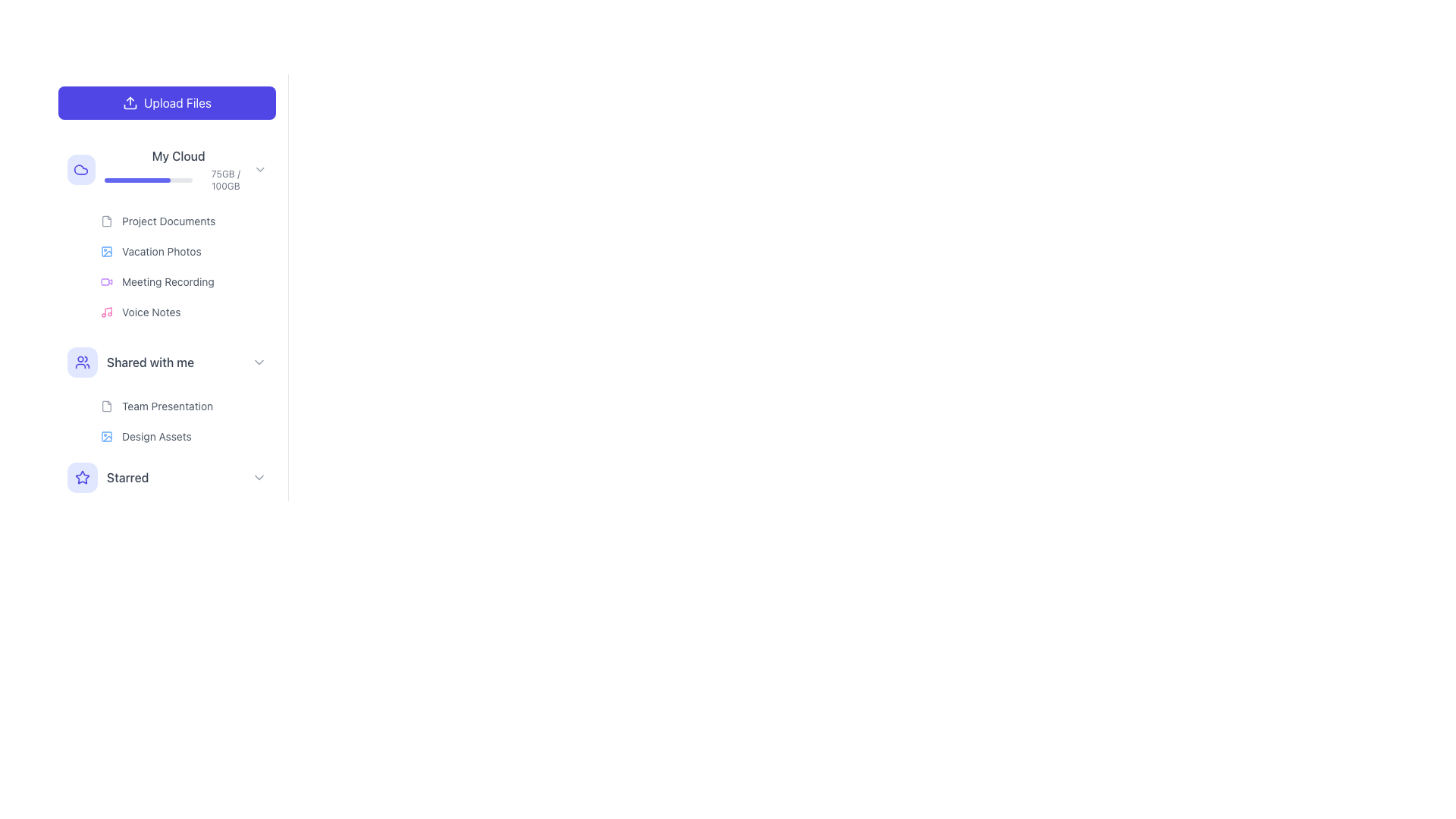  Describe the element at coordinates (105, 436) in the screenshot. I see `the visual representation of the 'Design Assets' icon located in the 'Shared with me' section, positioned to the left of the text label 'Design Assets'` at that location.